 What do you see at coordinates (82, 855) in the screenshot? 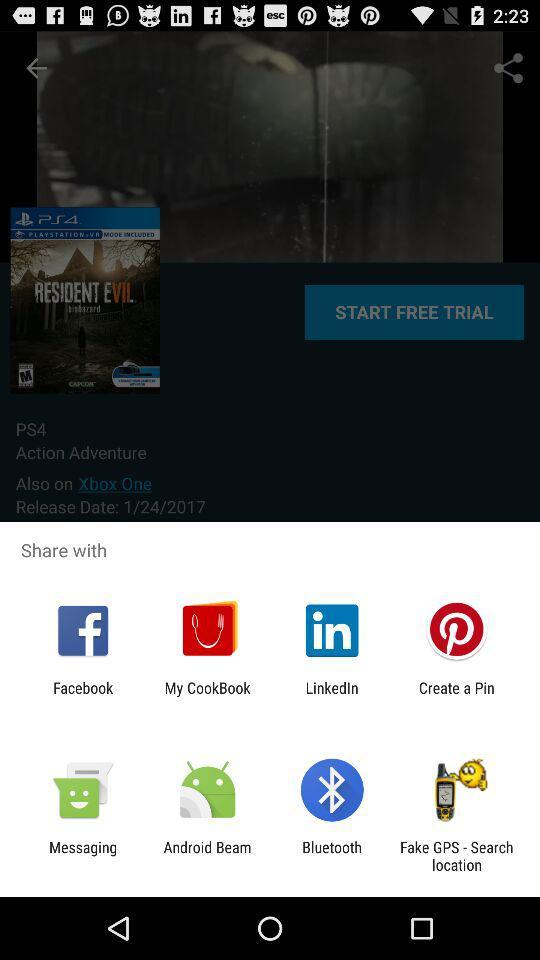
I see `the icon next to the android beam icon` at bounding box center [82, 855].